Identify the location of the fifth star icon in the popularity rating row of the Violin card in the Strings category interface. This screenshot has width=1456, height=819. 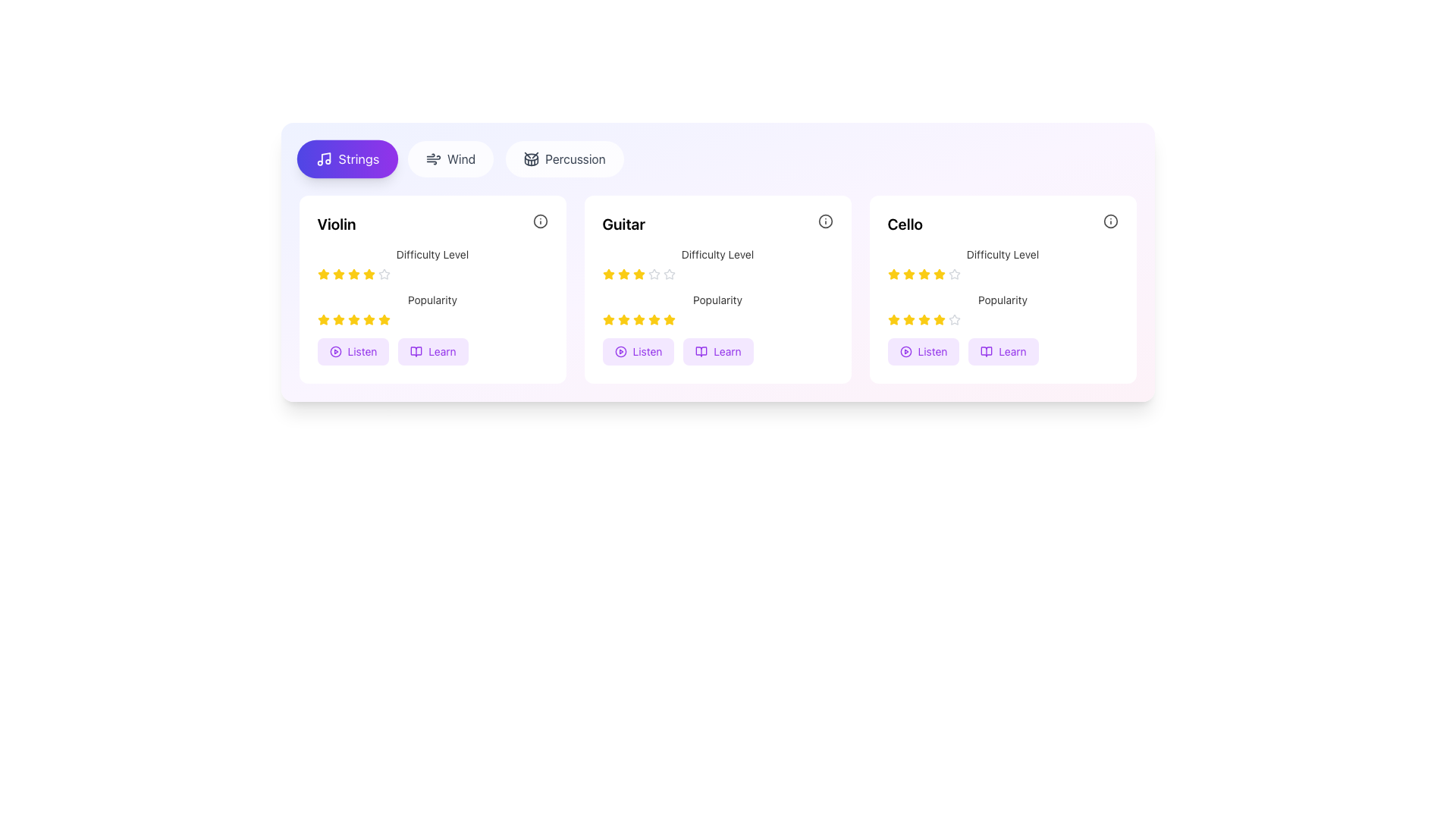
(384, 318).